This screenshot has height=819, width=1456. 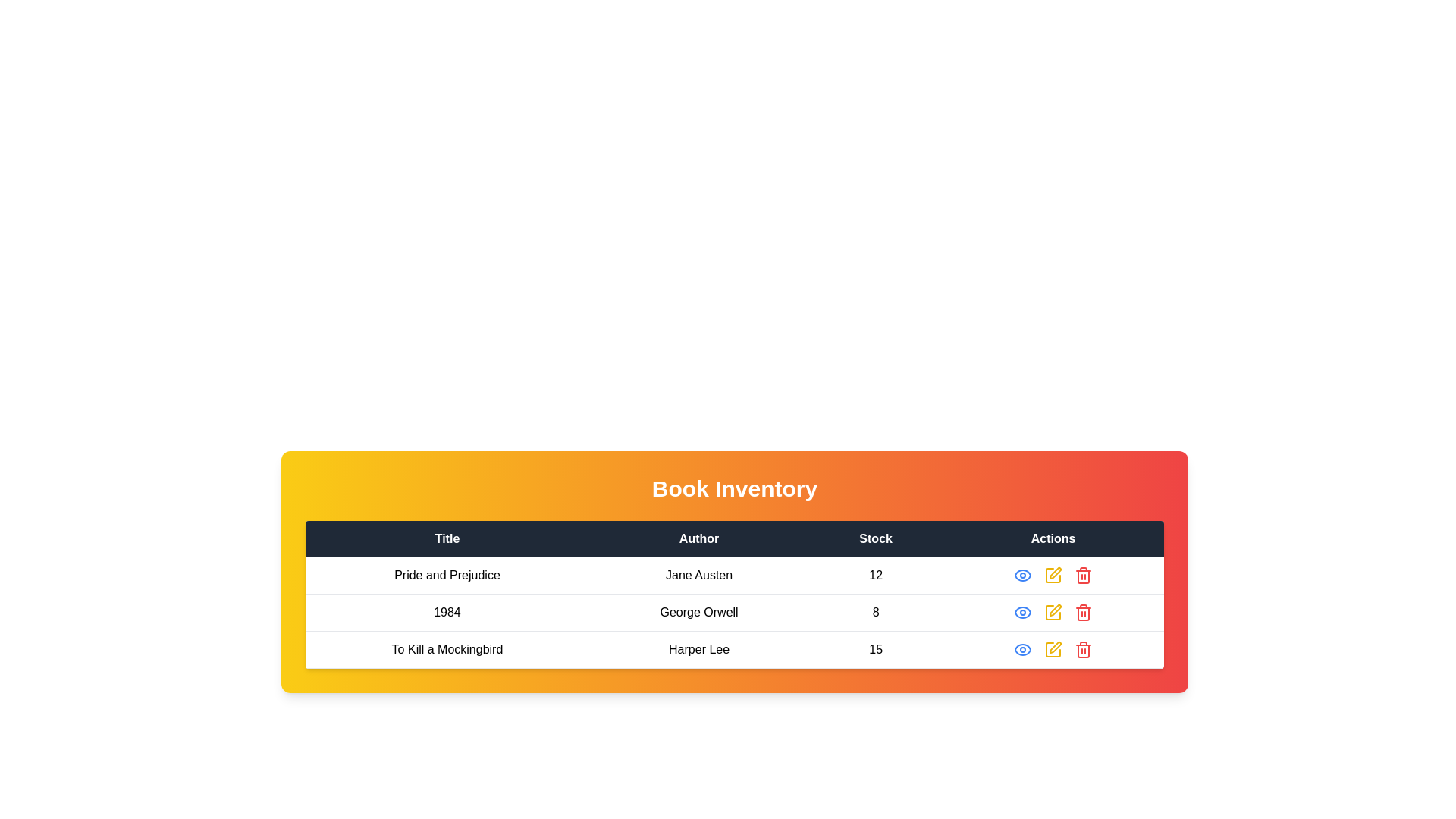 What do you see at coordinates (735, 648) in the screenshot?
I see `the table row displaying the book title 'To Kill a Mockingbird', author 'Harper Lee', and stock count '15'` at bounding box center [735, 648].